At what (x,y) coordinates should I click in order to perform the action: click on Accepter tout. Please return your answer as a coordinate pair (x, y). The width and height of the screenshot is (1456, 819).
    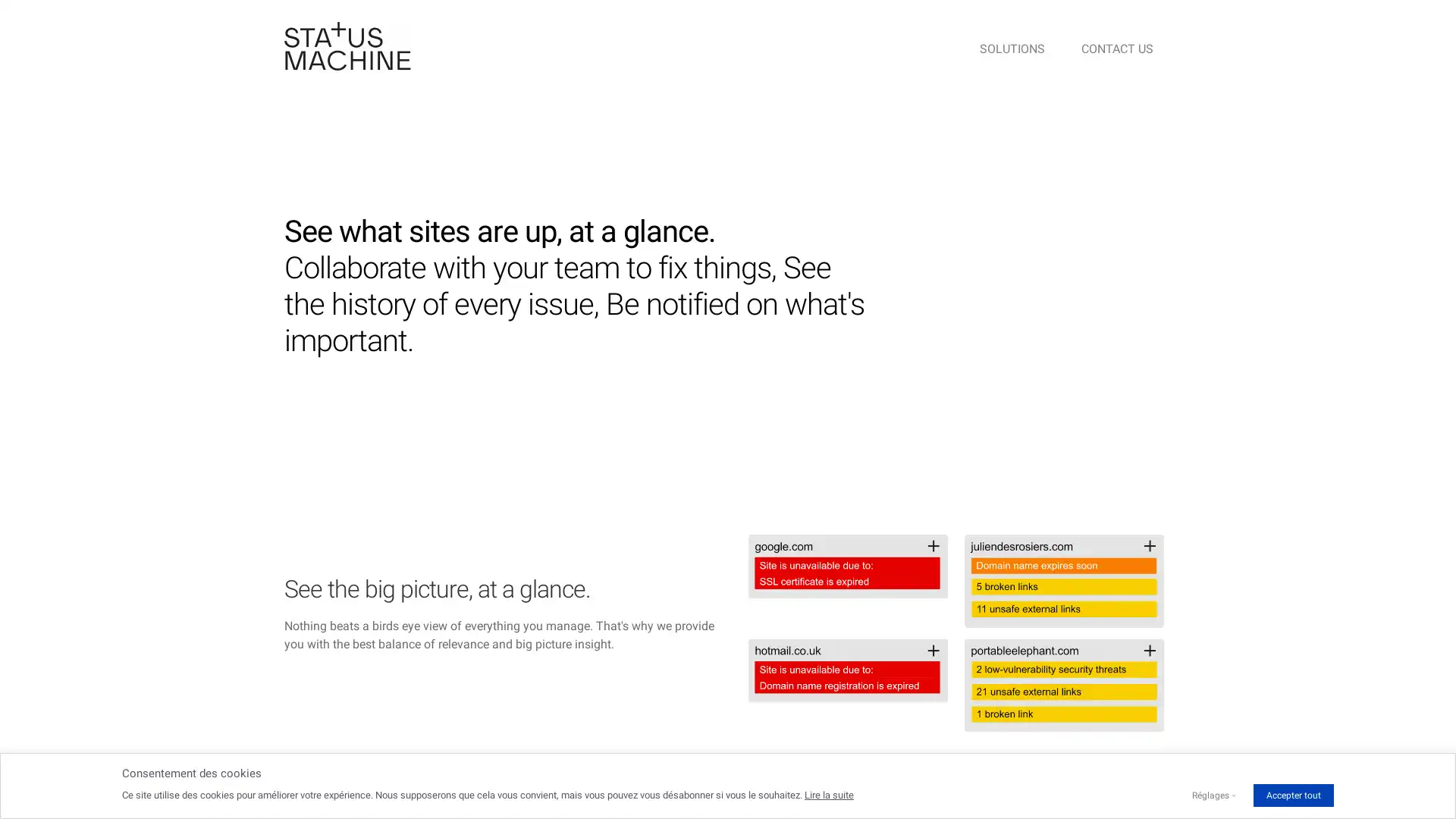
    Looking at the image, I should click on (1292, 795).